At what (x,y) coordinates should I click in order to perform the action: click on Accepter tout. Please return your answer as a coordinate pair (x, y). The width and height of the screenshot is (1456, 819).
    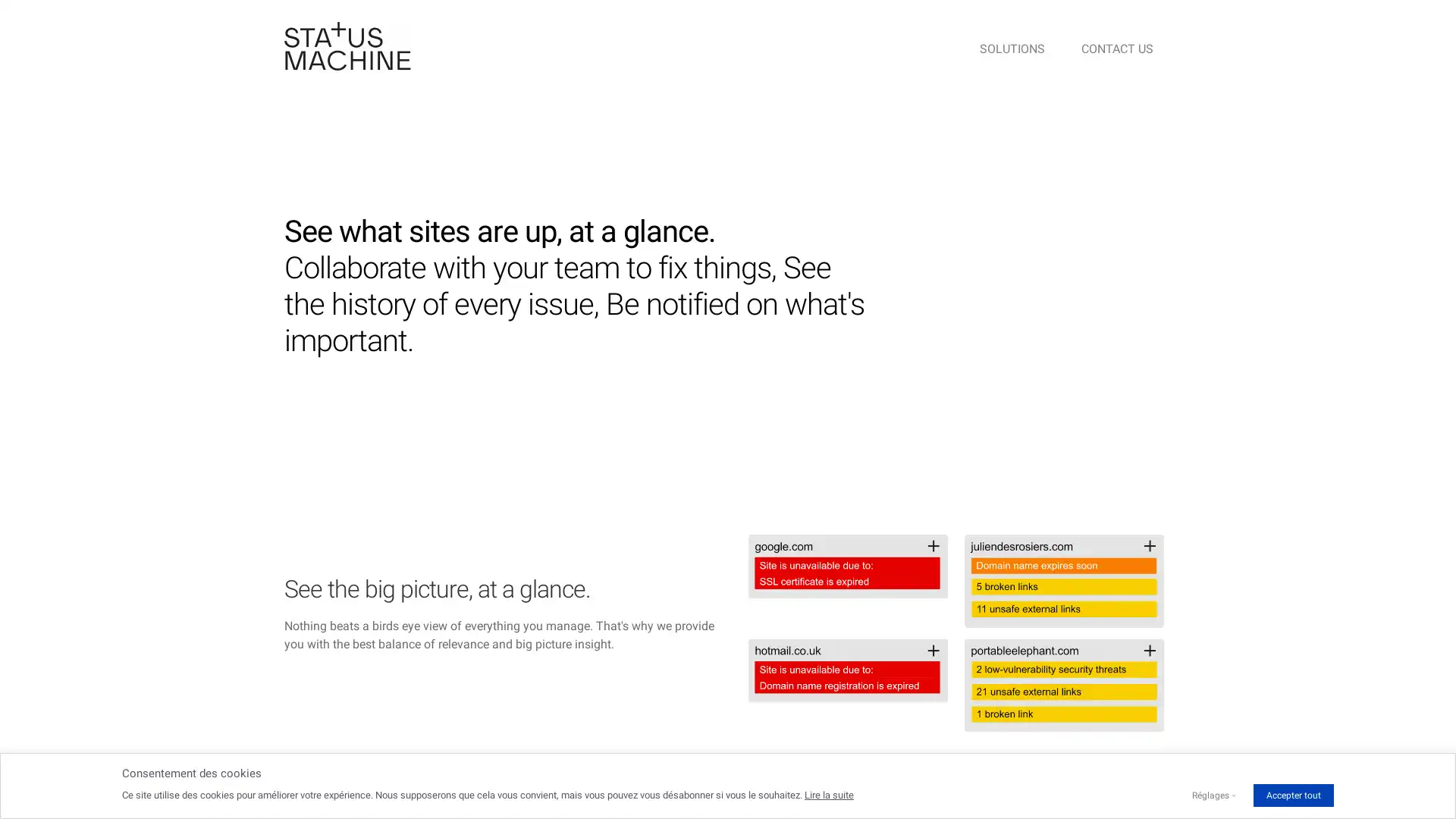
    Looking at the image, I should click on (1292, 795).